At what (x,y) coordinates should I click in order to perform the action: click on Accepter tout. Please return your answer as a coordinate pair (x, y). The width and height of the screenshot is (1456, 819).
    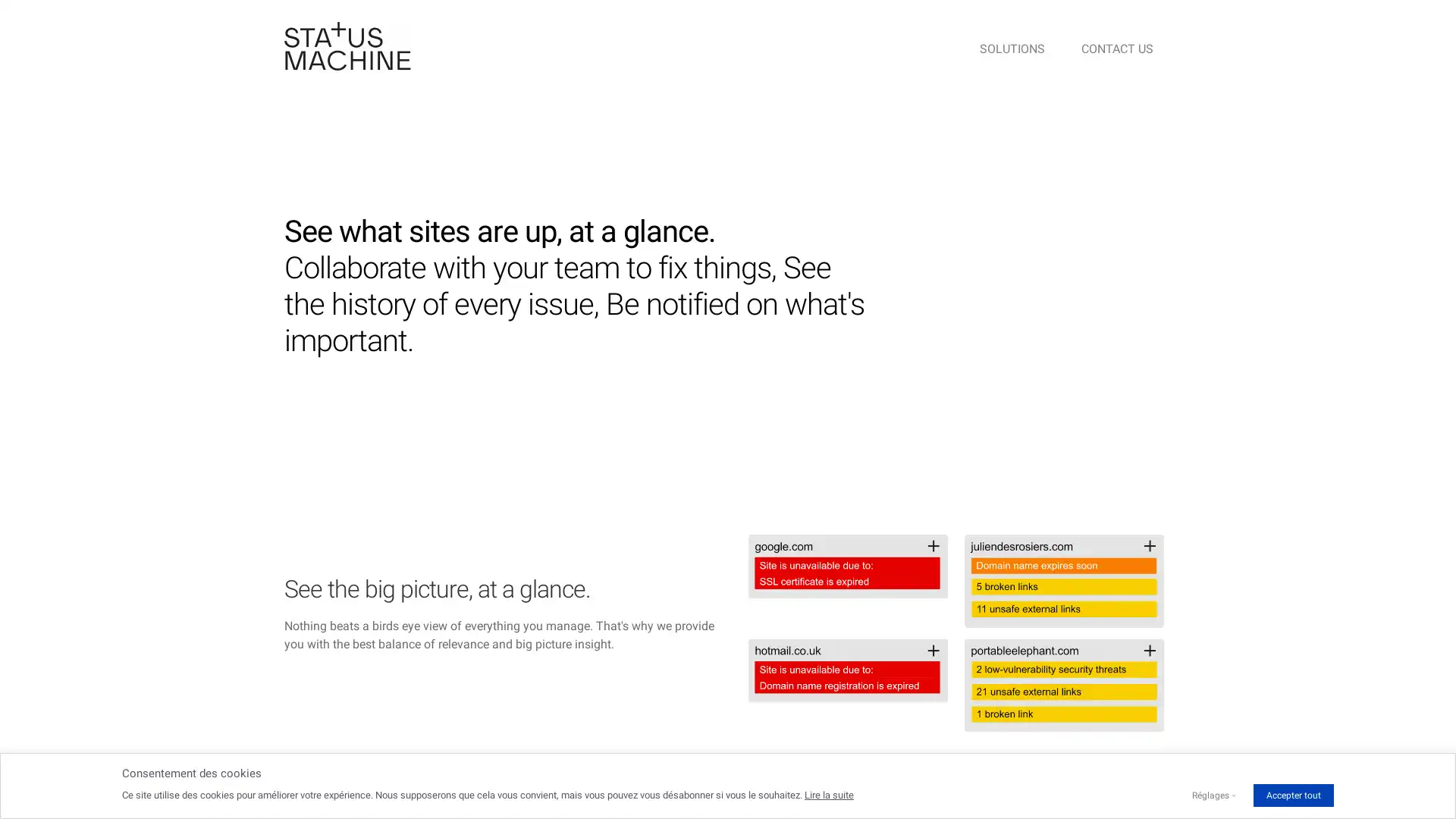
    Looking at the image, I should click on (1292, 795).